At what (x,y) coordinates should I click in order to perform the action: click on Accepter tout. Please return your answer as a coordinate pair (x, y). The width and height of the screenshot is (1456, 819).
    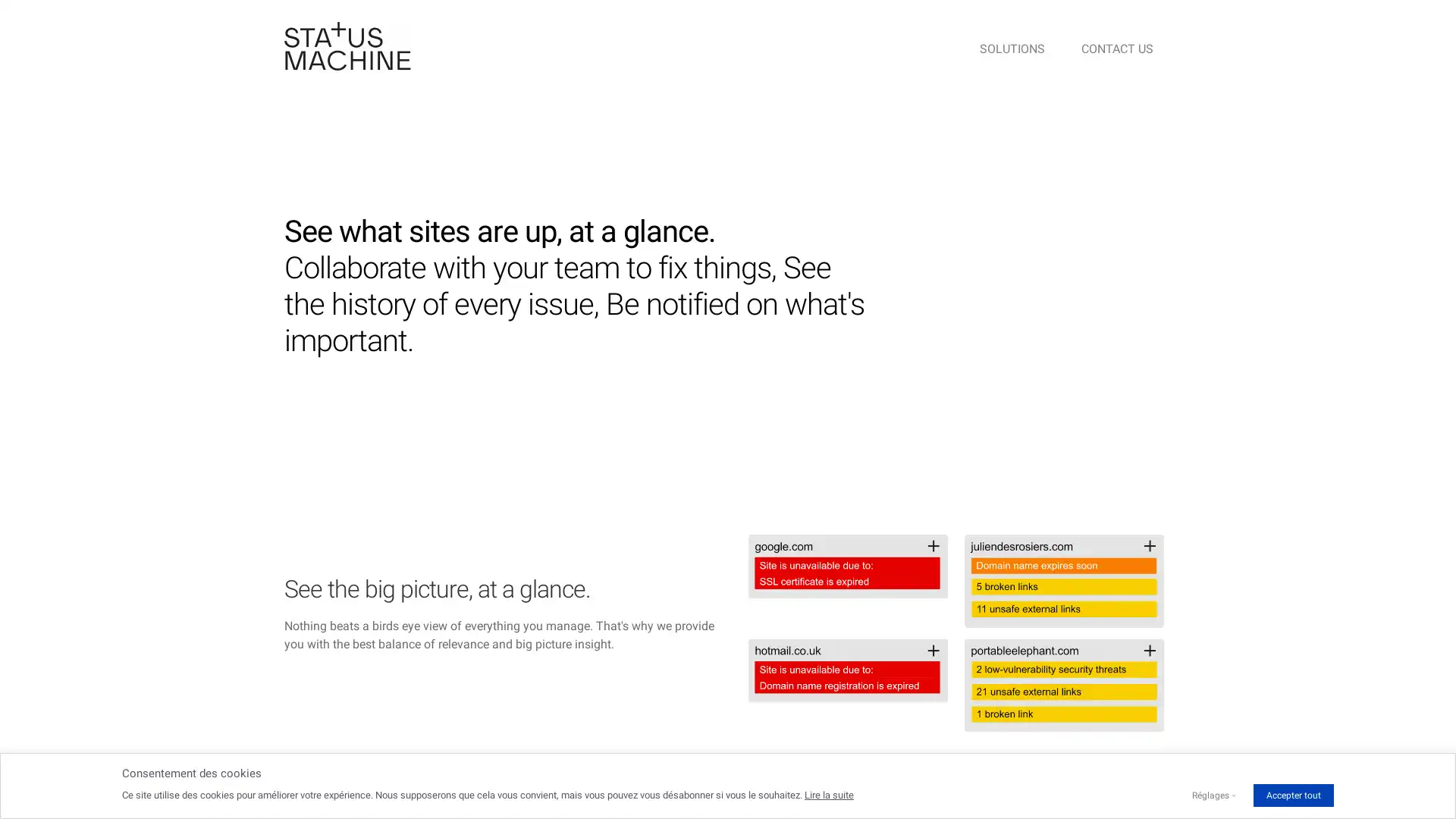
    Looking at the image, I should click on (1292, 795).